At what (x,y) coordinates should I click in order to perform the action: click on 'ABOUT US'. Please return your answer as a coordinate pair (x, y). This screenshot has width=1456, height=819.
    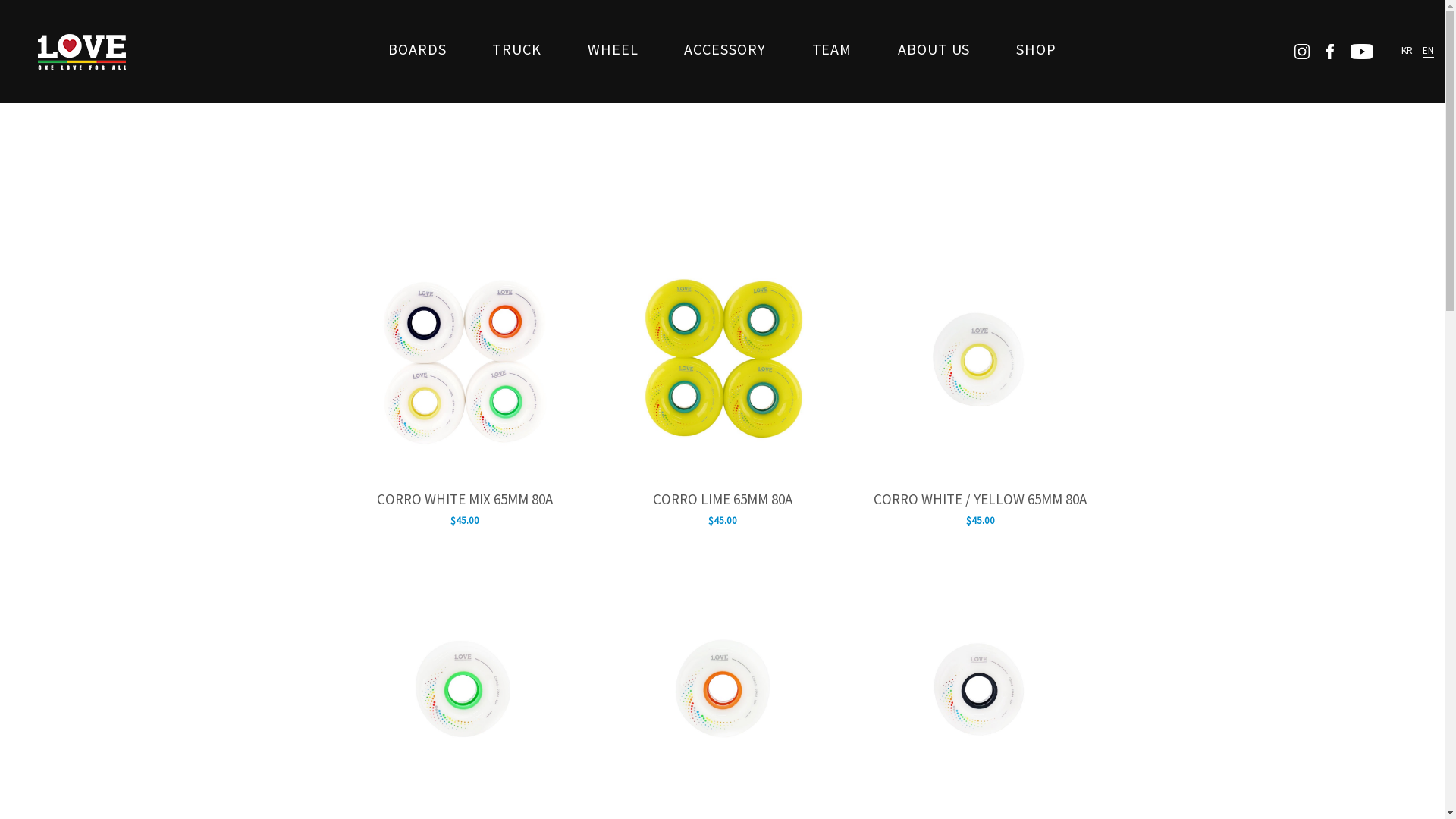
    Looking at the image, I should click on (888, 49).